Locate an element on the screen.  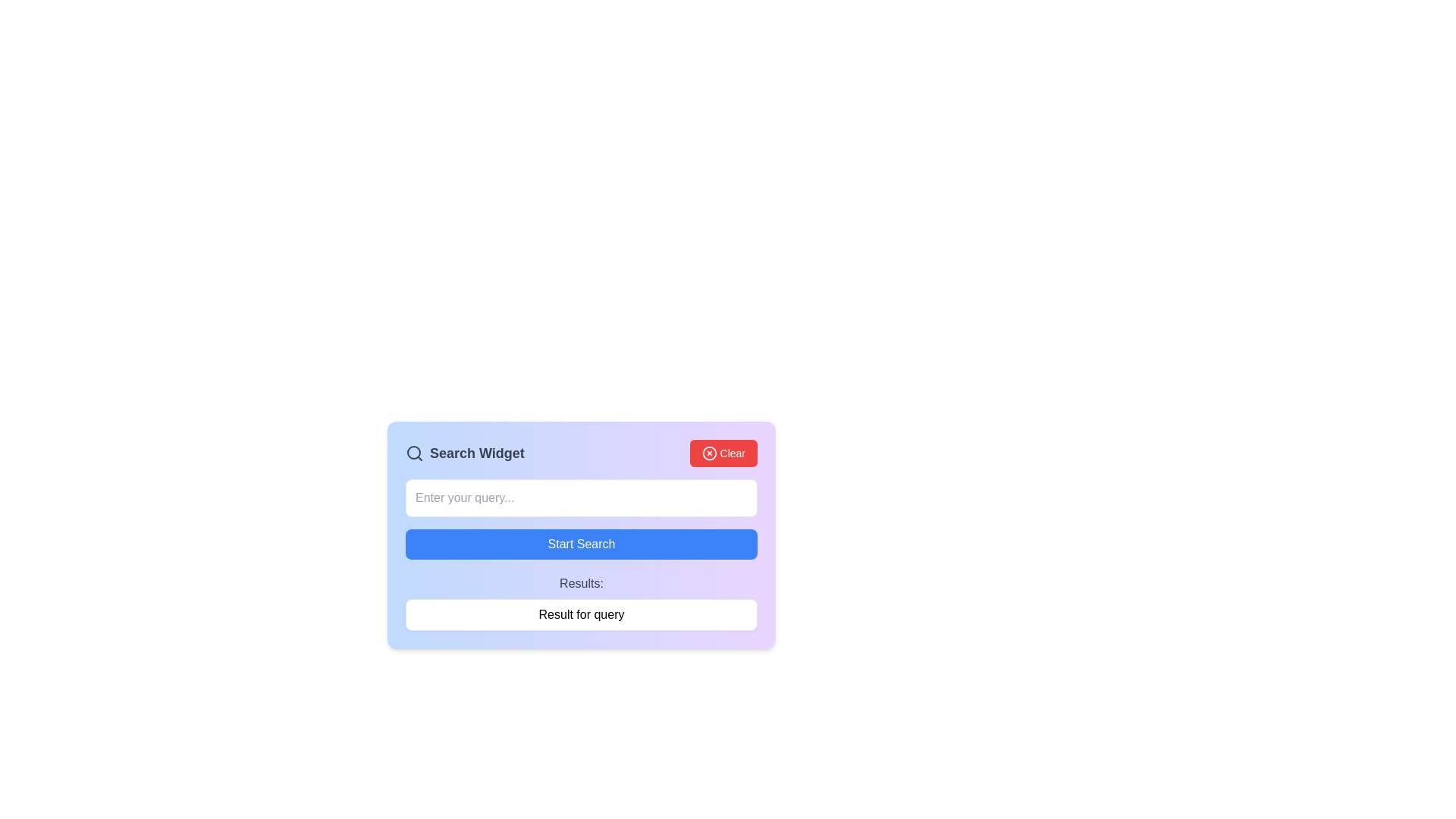
the static text label that indicates the section for displaying search results, located below the 'Start Search' button and above the 'Result for query' area is located at coordinates (581, 583).